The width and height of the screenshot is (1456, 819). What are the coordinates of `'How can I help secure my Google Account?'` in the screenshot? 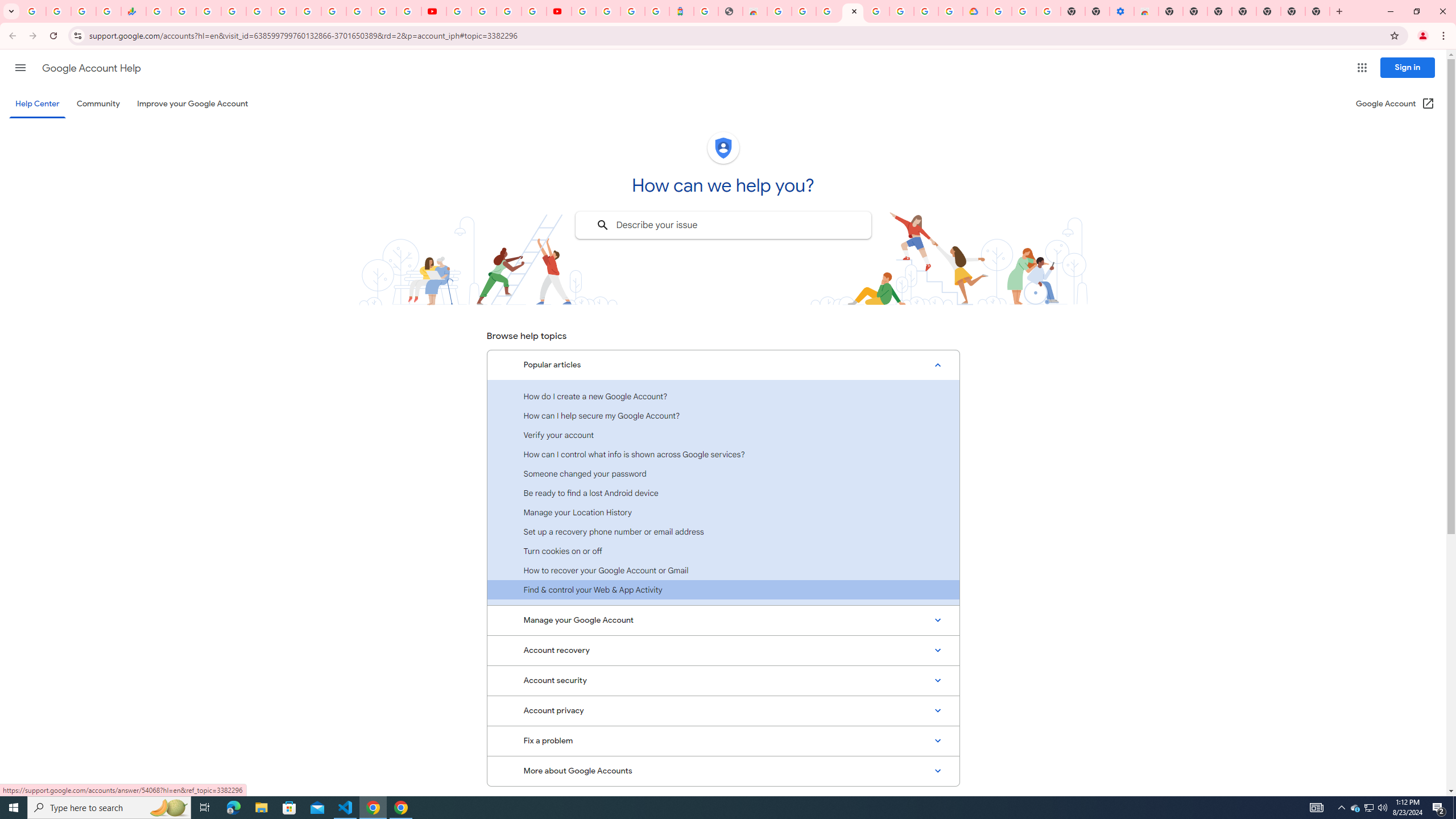 It's located at (723, 415).